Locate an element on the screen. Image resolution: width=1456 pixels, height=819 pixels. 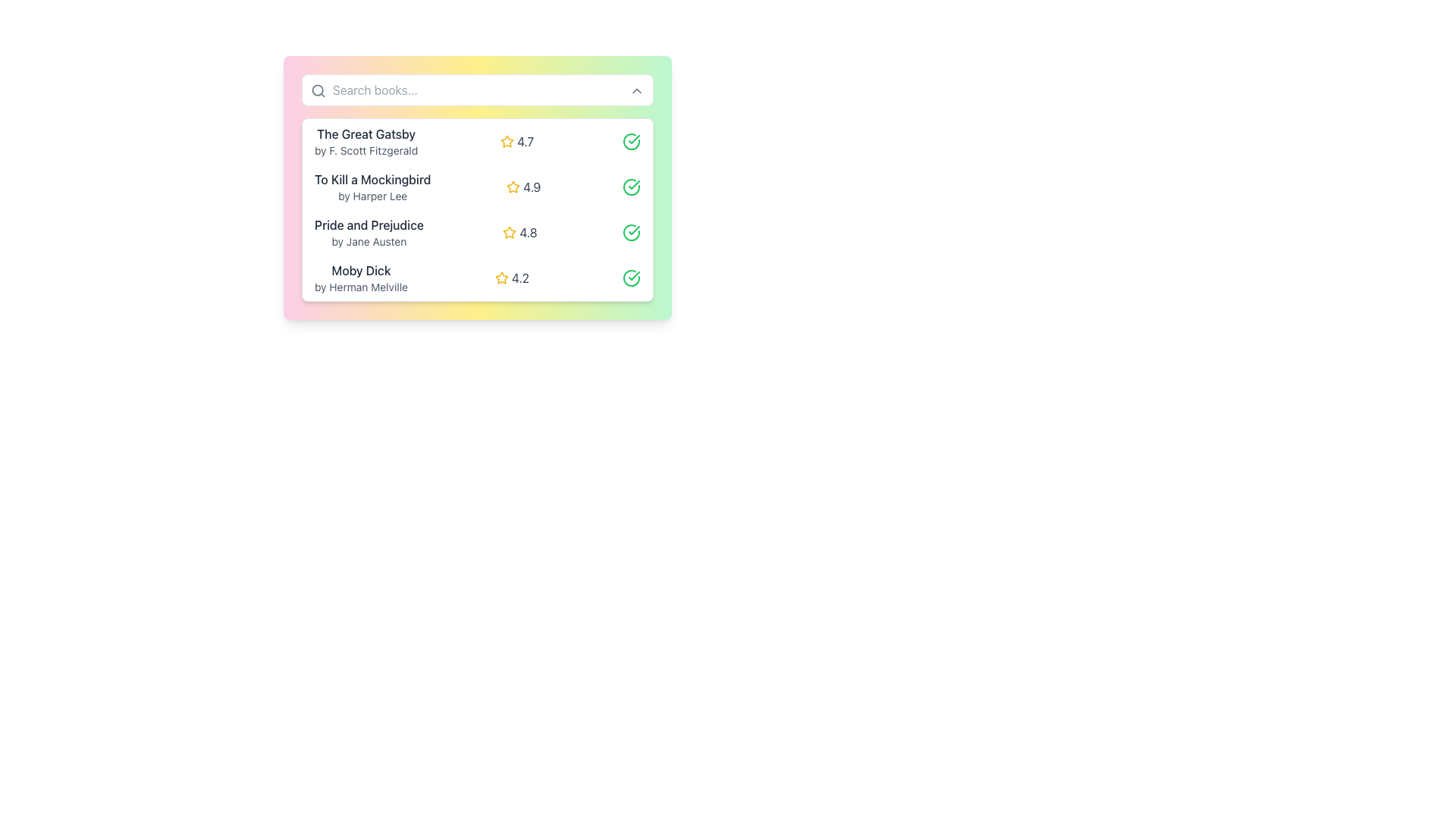
the yellow star icon and numerical rating ('4.9') in the rating display component located in the second row, to the right of 'To Kill a Mockingbird by Harper Lee' is located at coordinates (523, 186).